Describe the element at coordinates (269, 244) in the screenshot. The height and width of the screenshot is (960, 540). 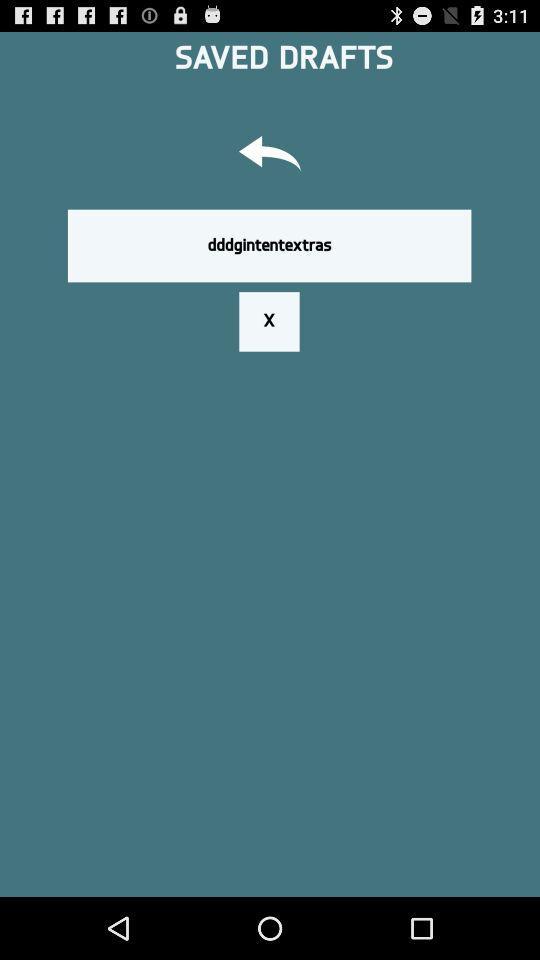
I see `button above the x icon` at that location.